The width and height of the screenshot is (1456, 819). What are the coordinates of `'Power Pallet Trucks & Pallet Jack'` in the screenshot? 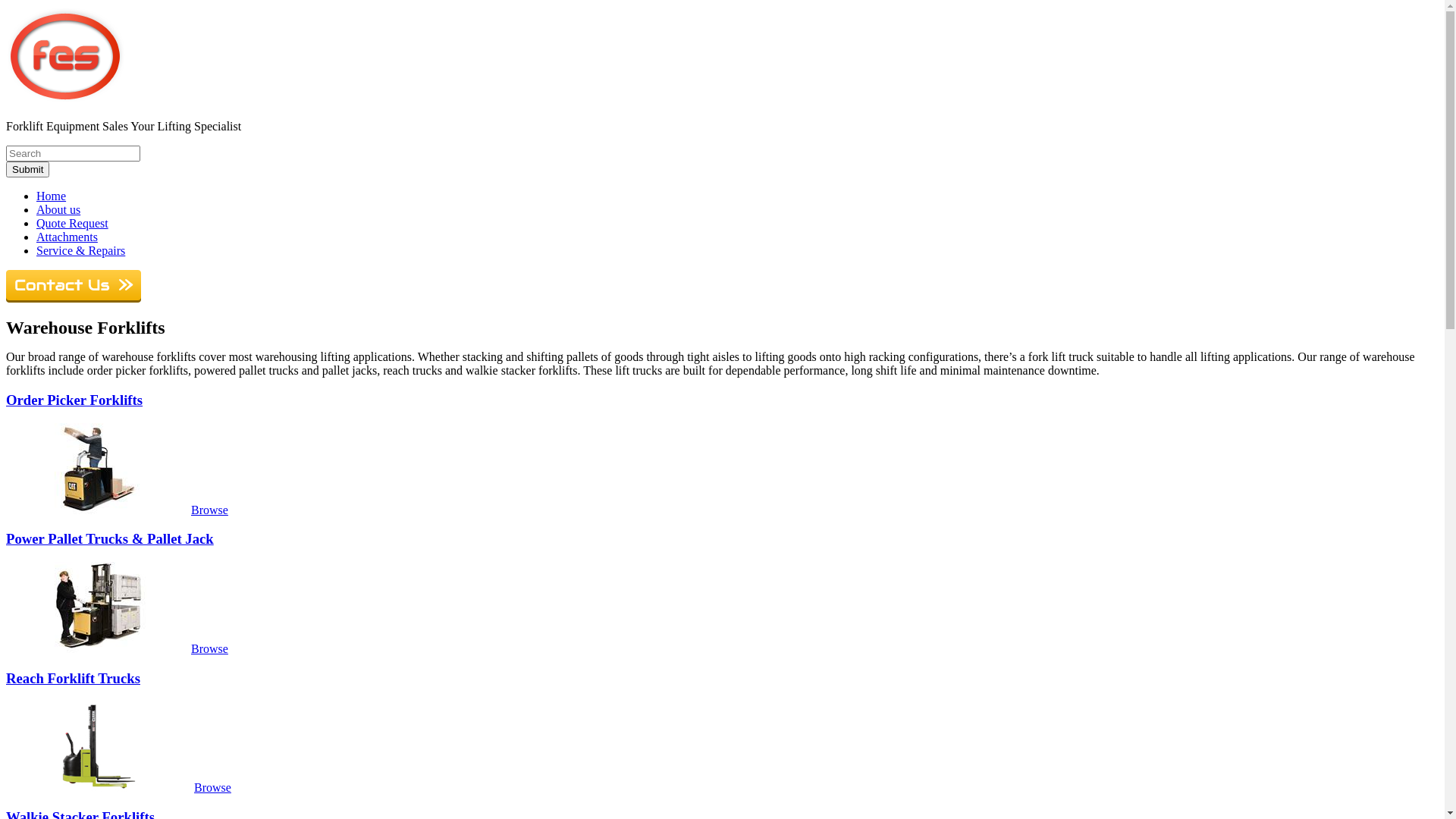 It's located at (108, 538).